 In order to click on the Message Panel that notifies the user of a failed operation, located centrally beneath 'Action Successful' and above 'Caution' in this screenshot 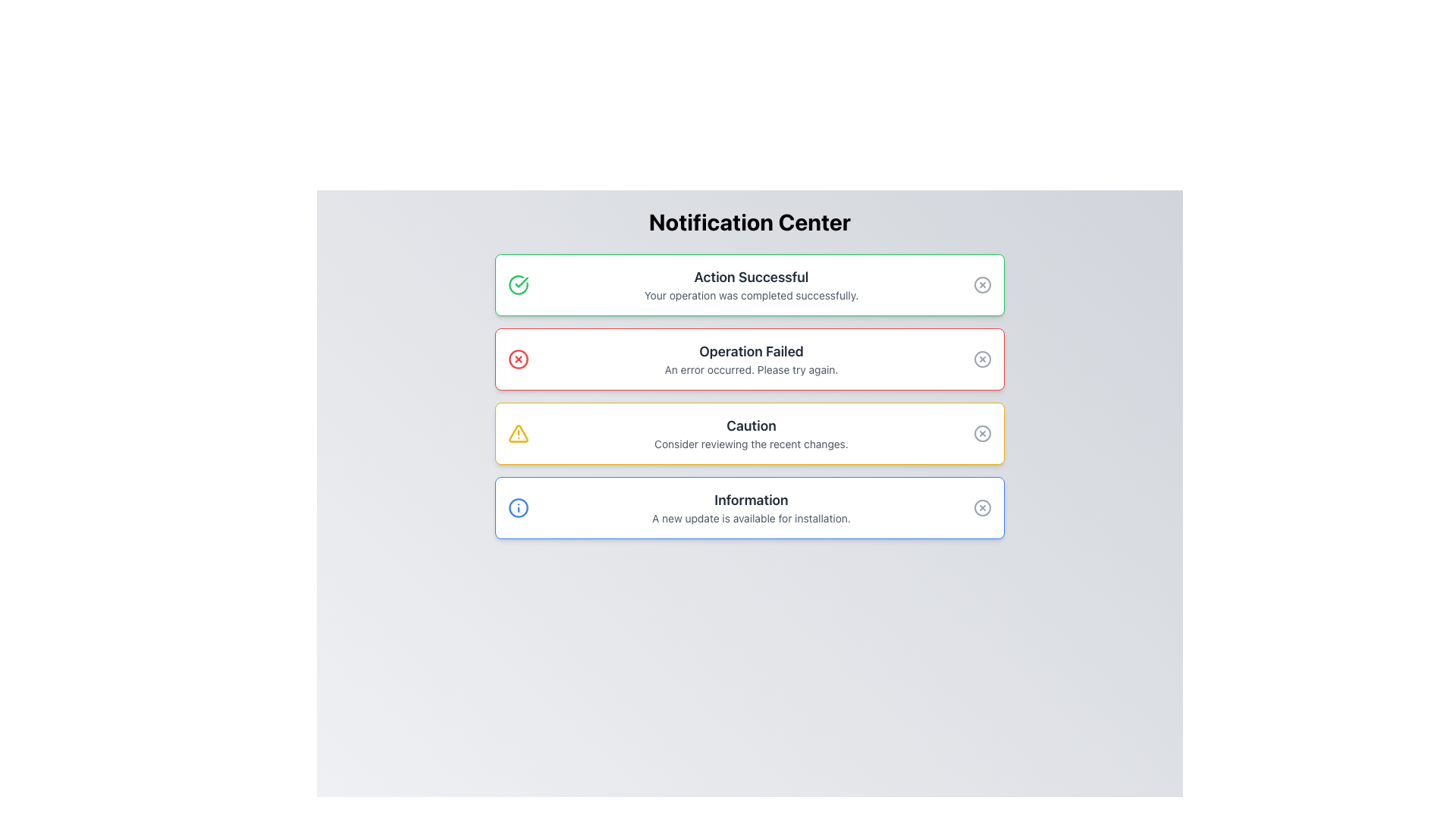, I will do `click(749, 359)`.